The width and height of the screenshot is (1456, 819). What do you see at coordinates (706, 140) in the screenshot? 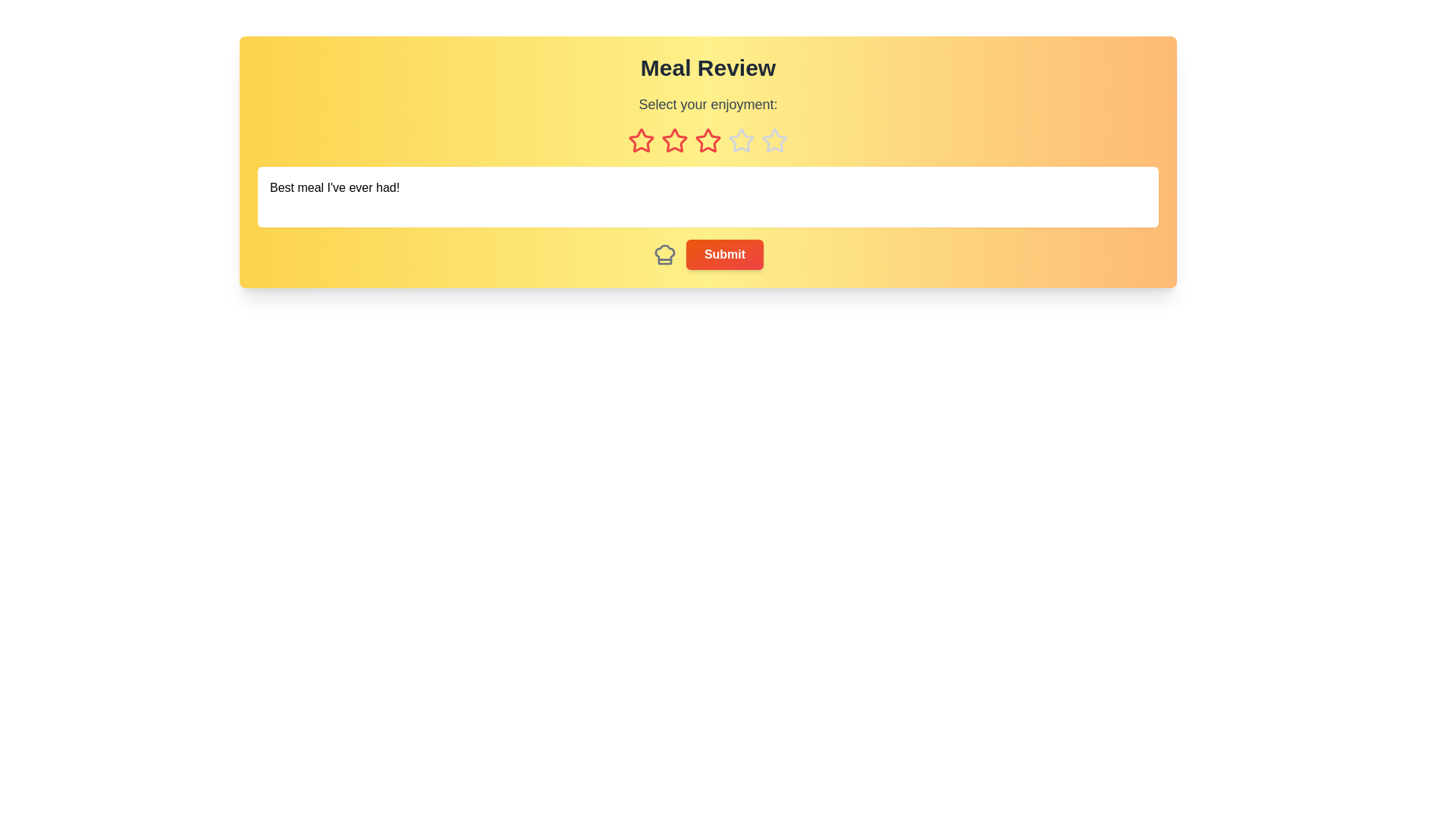
I see `the third red star icon in the rating system` at bounding box center [706, 140].